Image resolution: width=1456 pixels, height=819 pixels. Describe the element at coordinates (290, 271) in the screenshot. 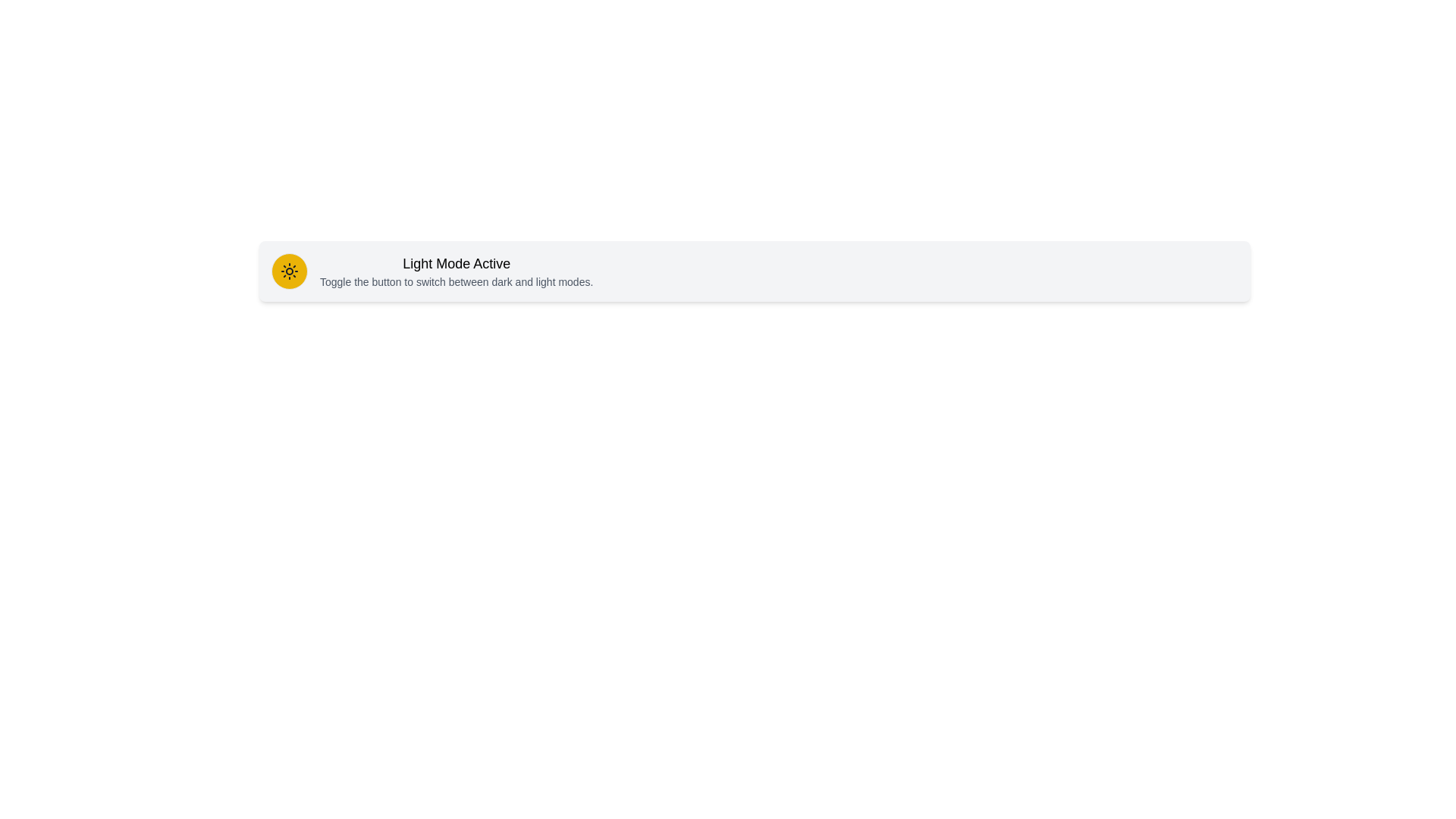

I see `the circular button with a yellow background that indicates the light mode setting, located to the left of the 'Light Mode Active' text` at that location.